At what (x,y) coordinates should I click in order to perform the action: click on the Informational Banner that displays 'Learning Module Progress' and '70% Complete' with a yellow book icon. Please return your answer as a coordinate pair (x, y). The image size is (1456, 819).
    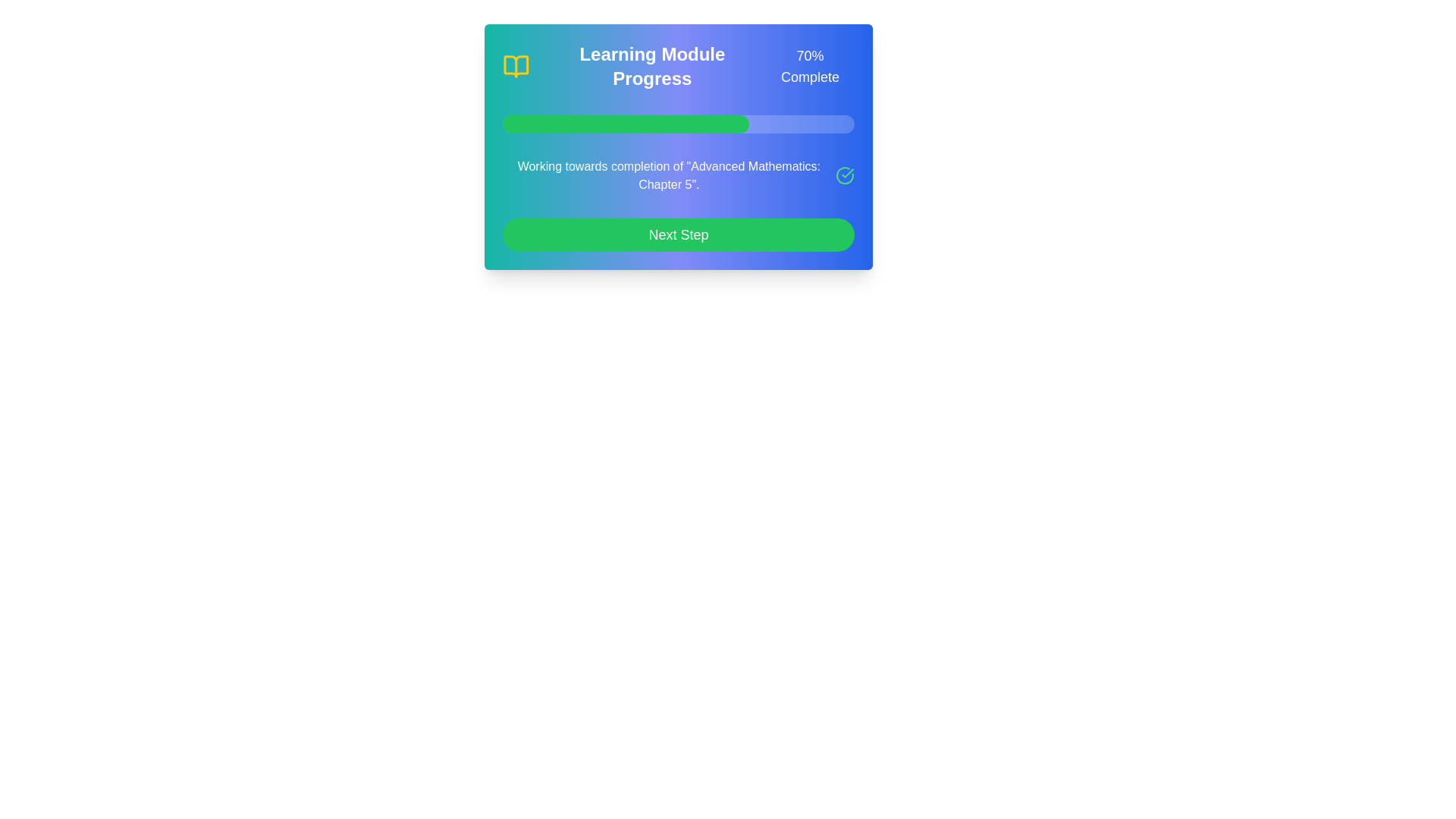
    Looking at the image, I should click on (677, 66).